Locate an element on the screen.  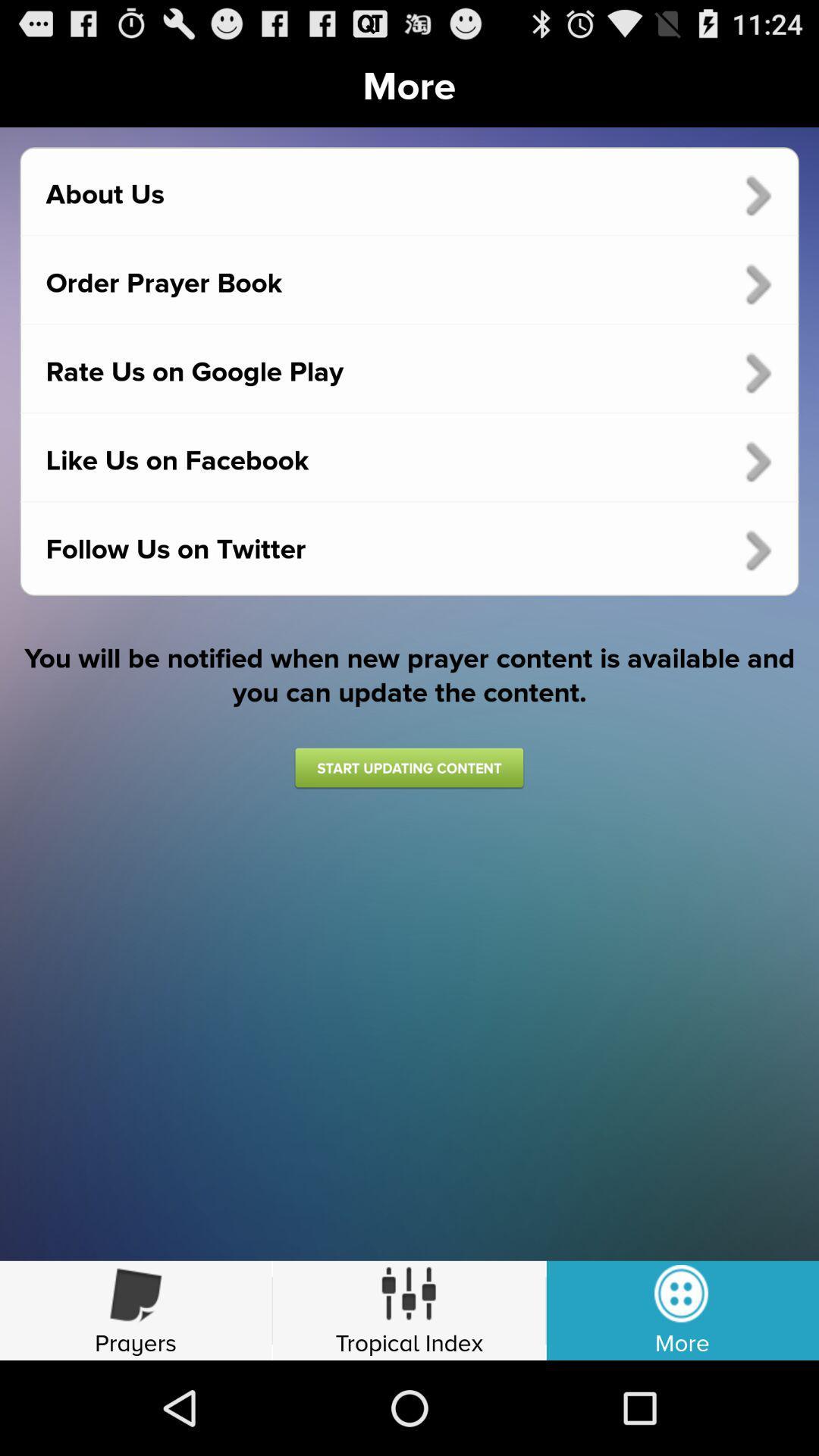
the text below the order prayer book is located at coordinates (409, 373).